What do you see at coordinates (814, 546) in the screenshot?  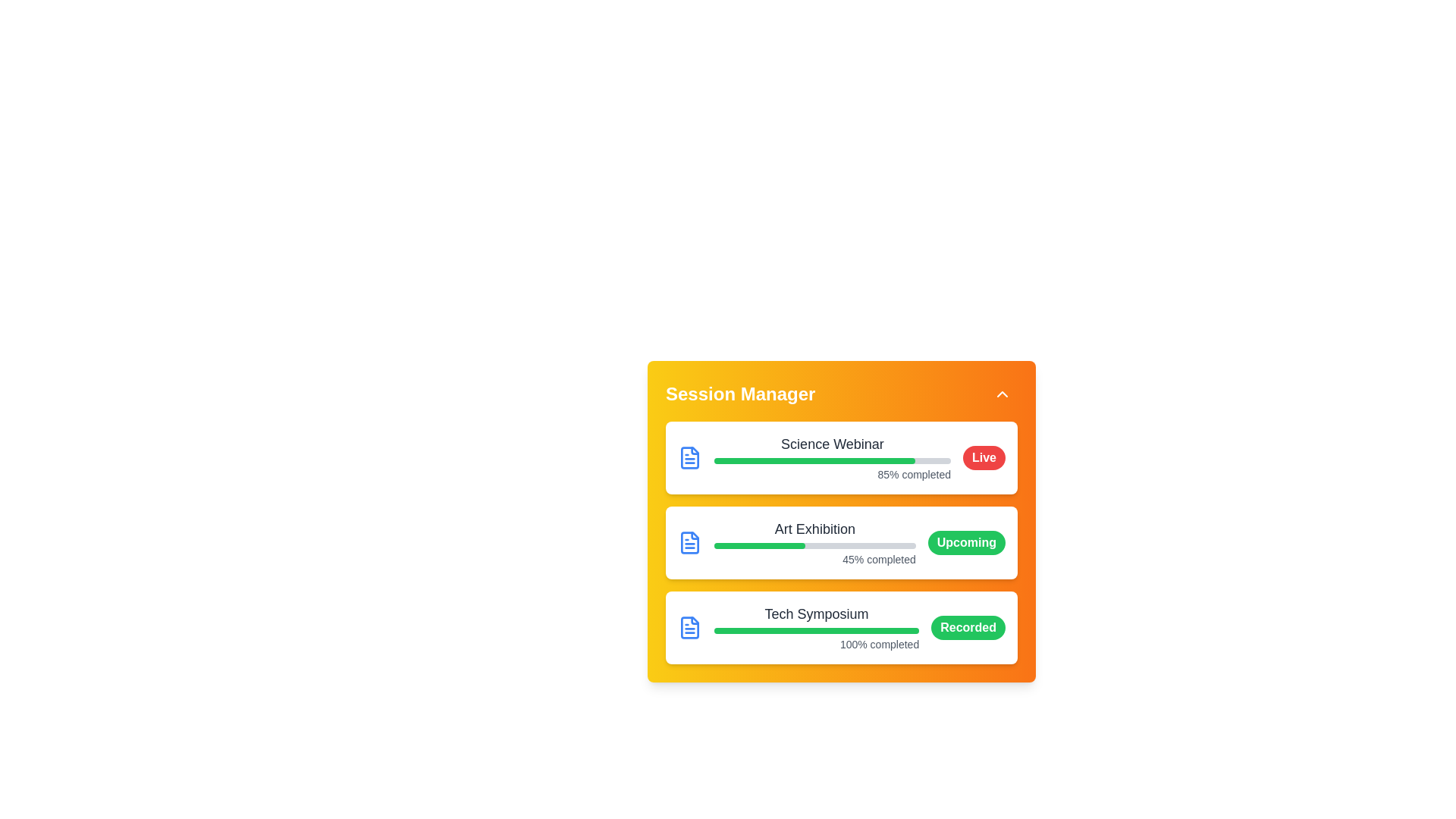 I see `the horizontal progress bar located within the 'Art Exhibition' card, which has a gray background and a green-filled section extending up to 45%` at bounding box center [814, 546].